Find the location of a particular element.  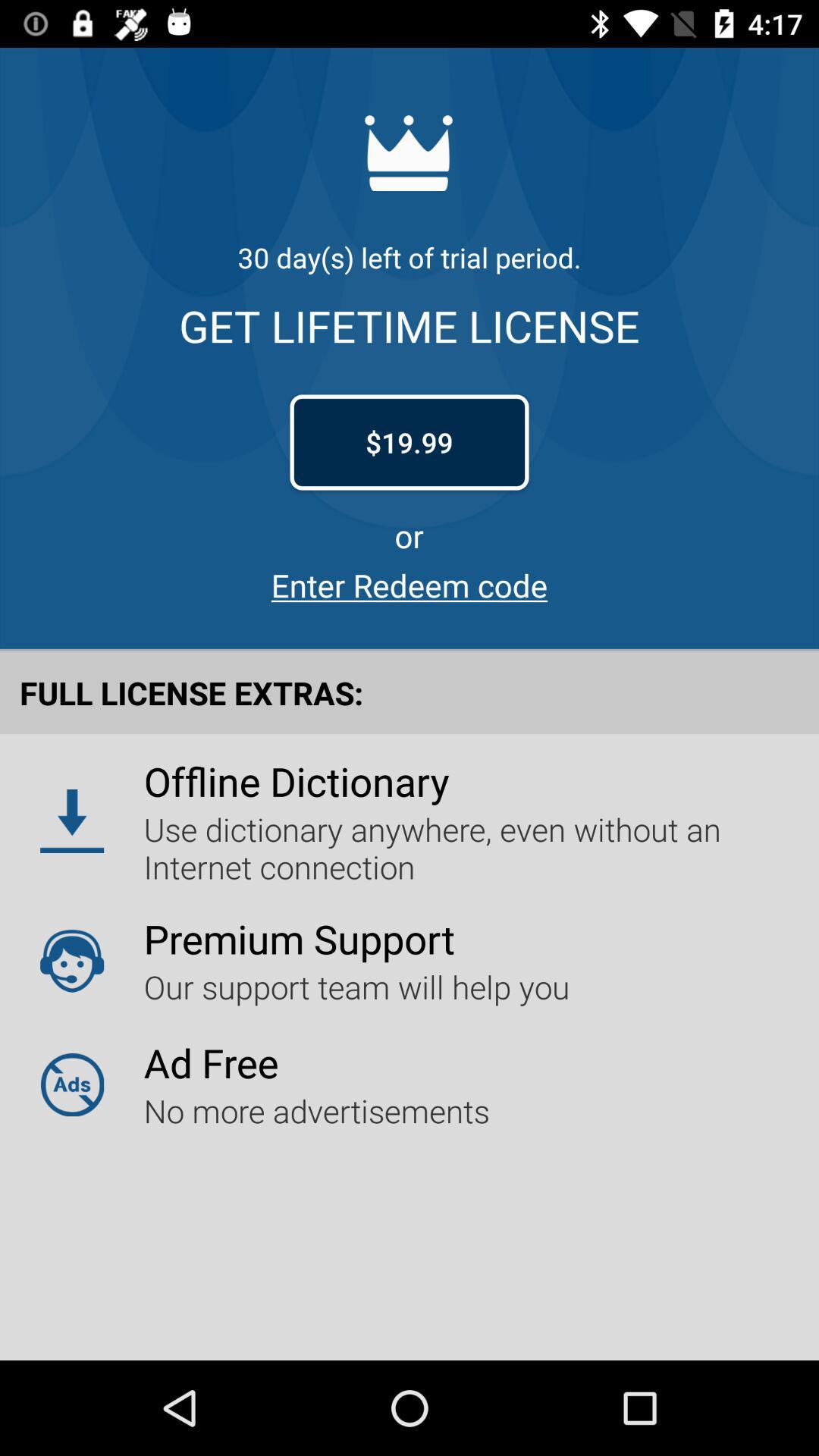

app below the or is located at coordinates (409, 584).